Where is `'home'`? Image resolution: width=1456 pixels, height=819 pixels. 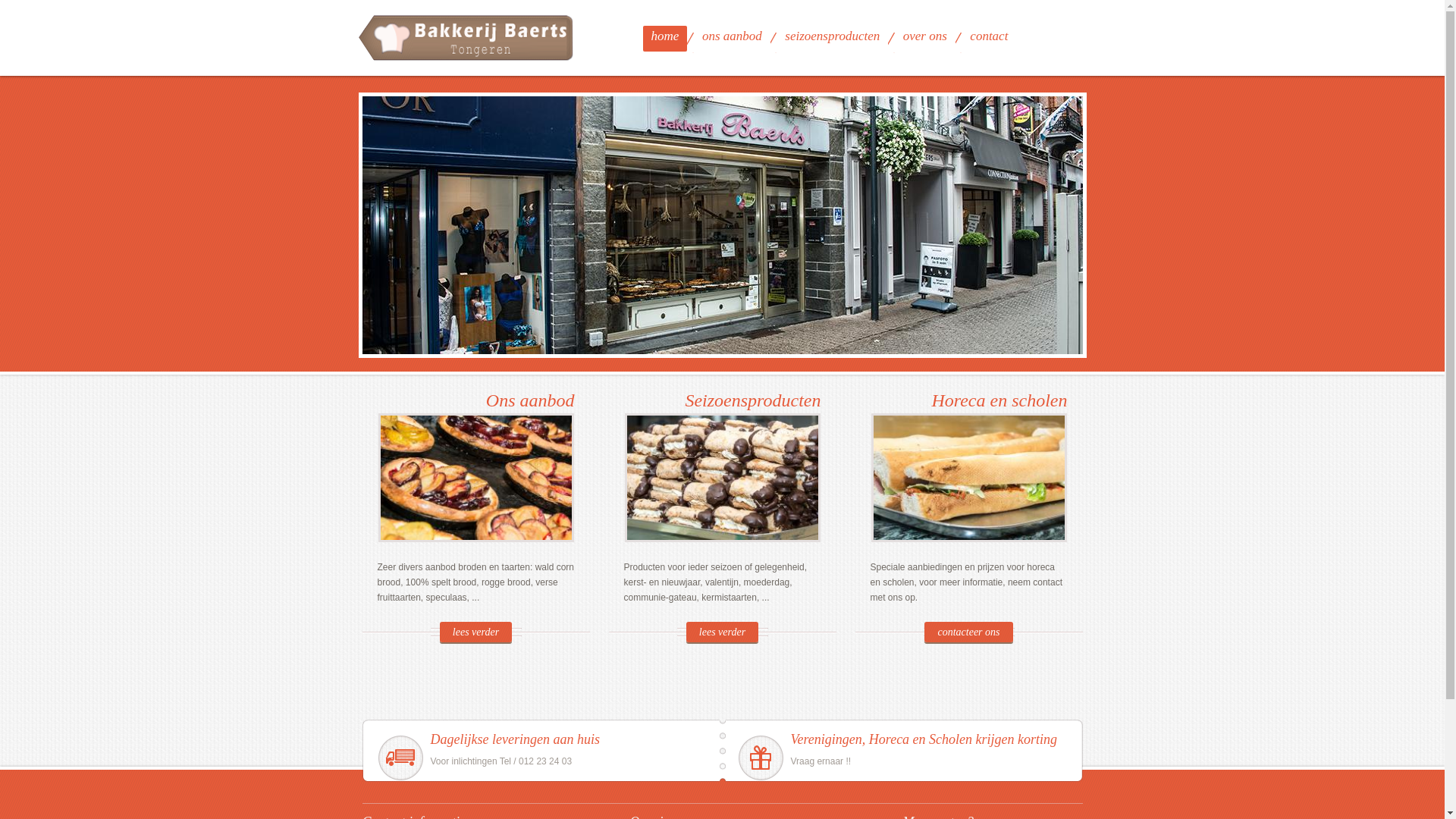 'home' is located at coordinates (665, 37).